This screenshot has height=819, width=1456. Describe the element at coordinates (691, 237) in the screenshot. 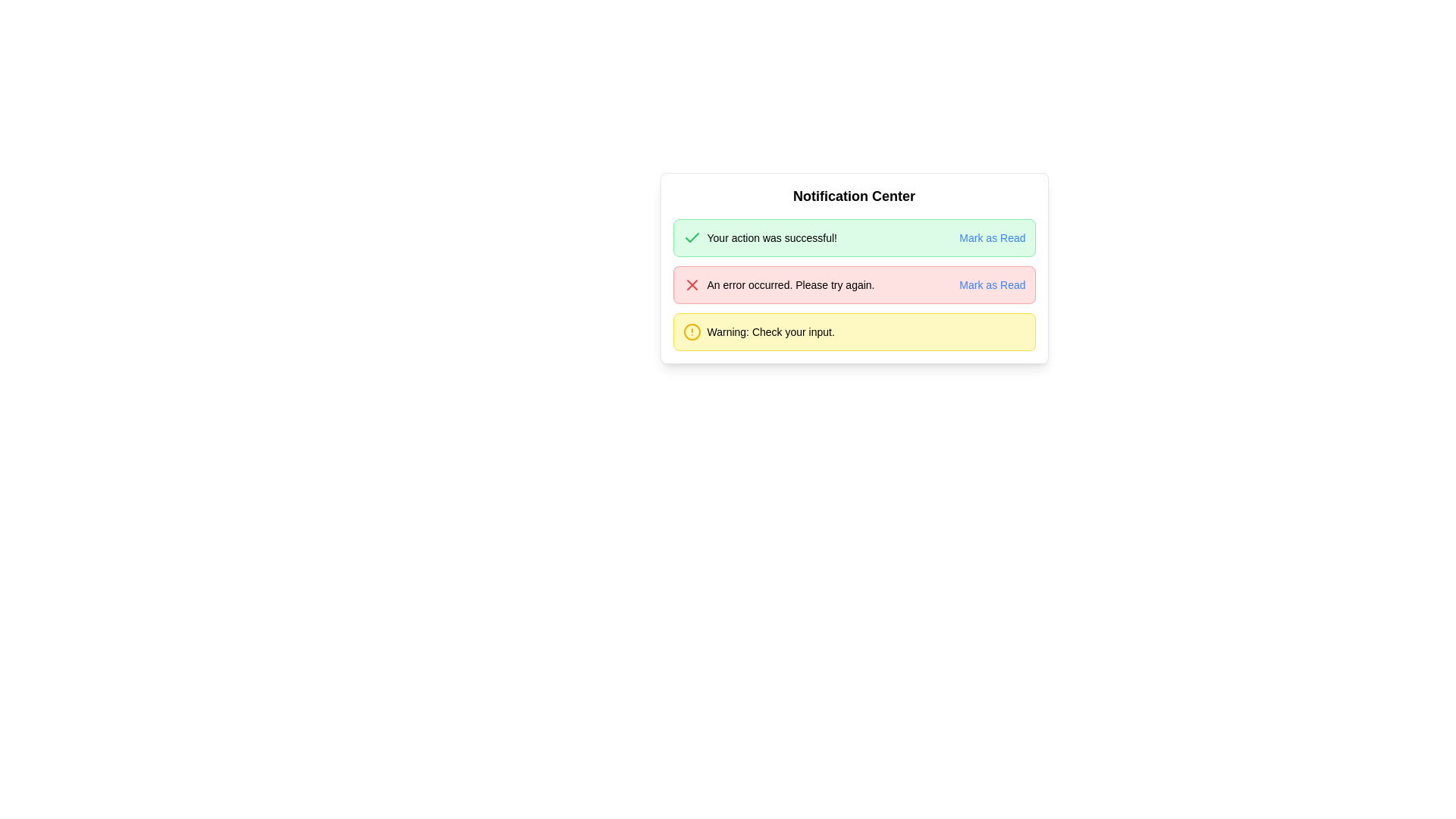

I see `the green checkmark icon indicating success, located to the left of the first notification message in the Notification Center` at that location.